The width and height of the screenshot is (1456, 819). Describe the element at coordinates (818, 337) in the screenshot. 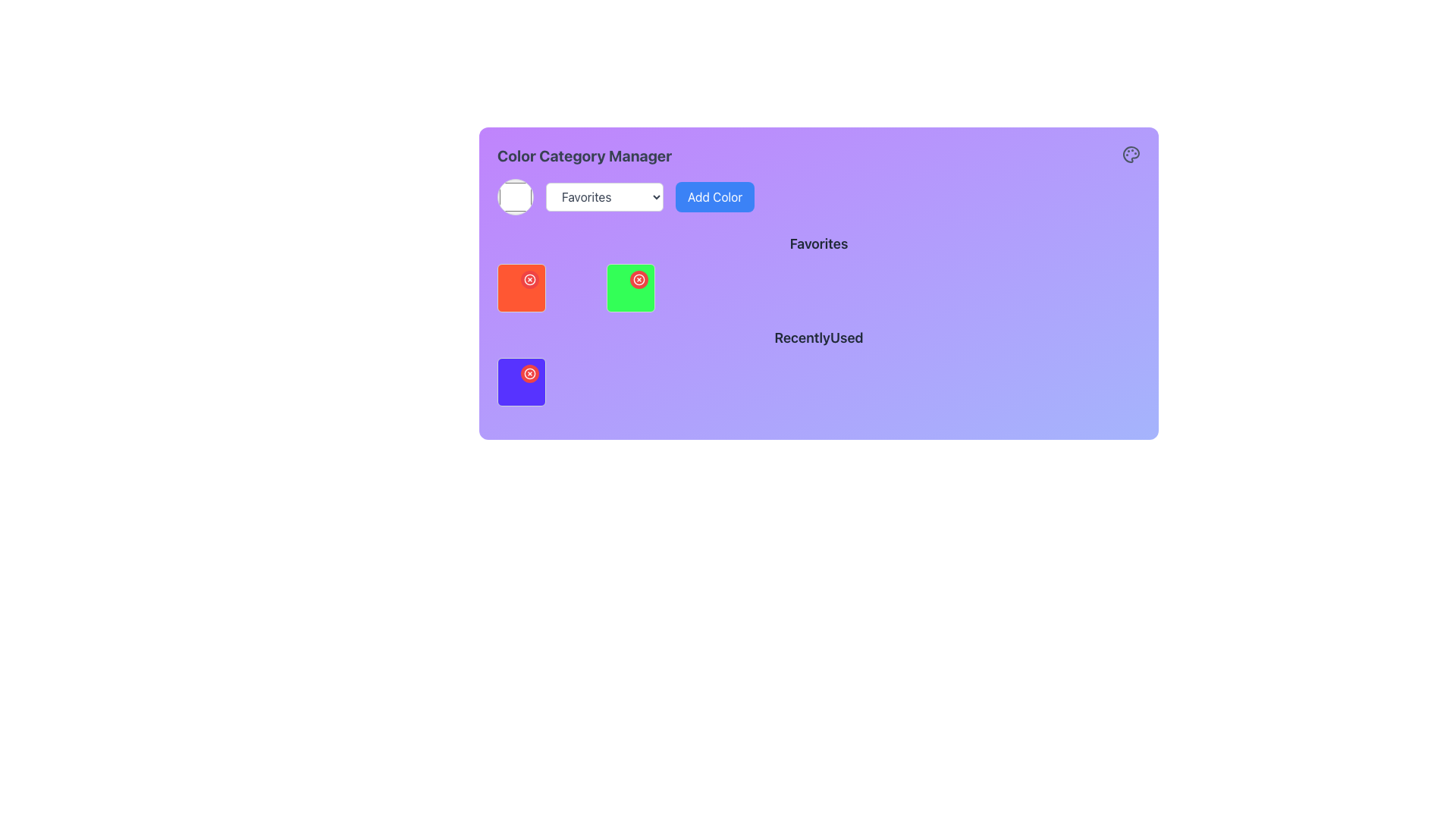

I see `the 'RecentlyUsed' Text Label, which is a non-interactive header positioned above a grid of items and below the 'Favorites' section` at that location.